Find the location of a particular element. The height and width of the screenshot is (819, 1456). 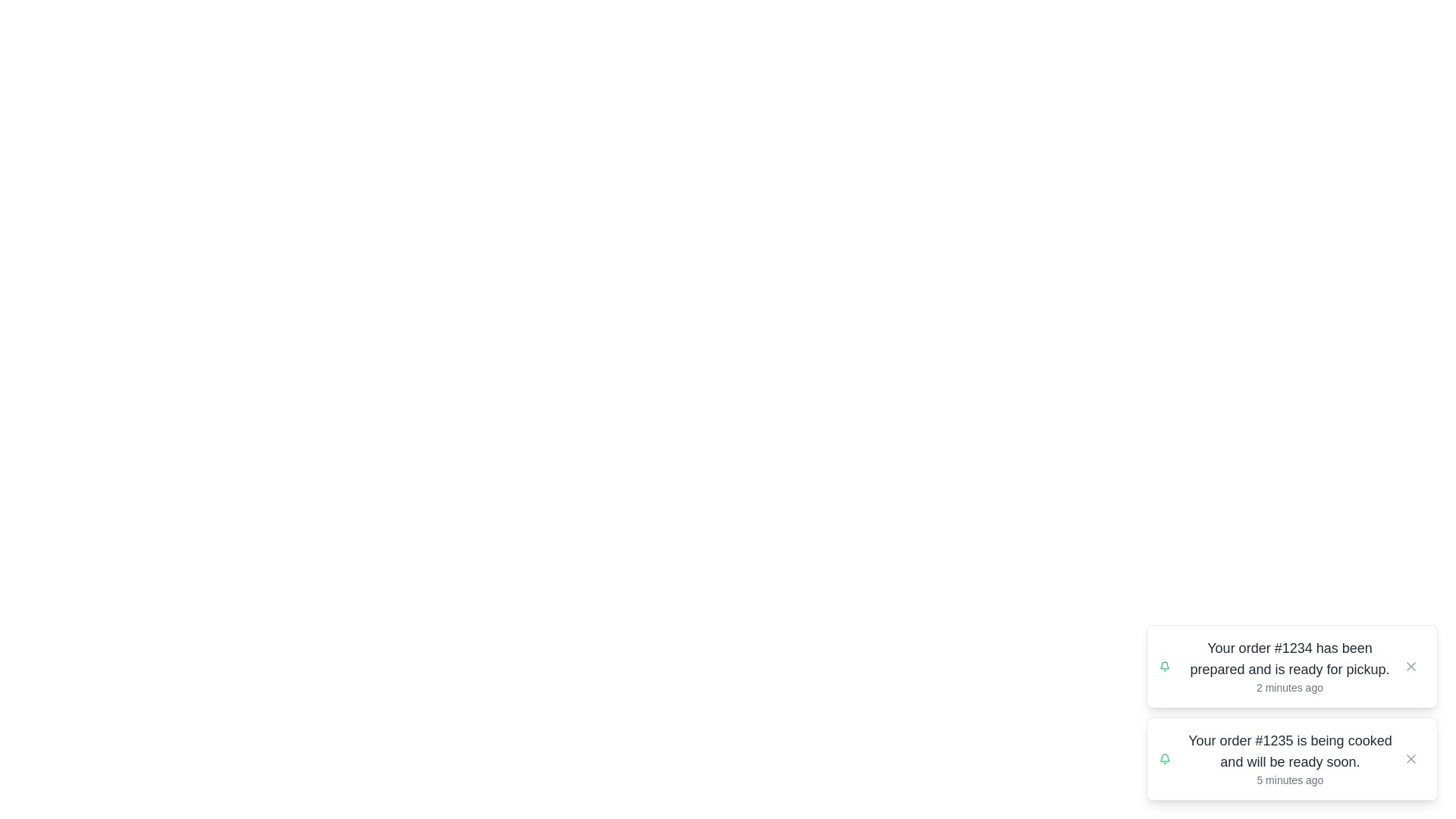

the static text block displaying 'Your order #1235 is being cooked and will be ready soon.' is located at coordinates (1289, 752).